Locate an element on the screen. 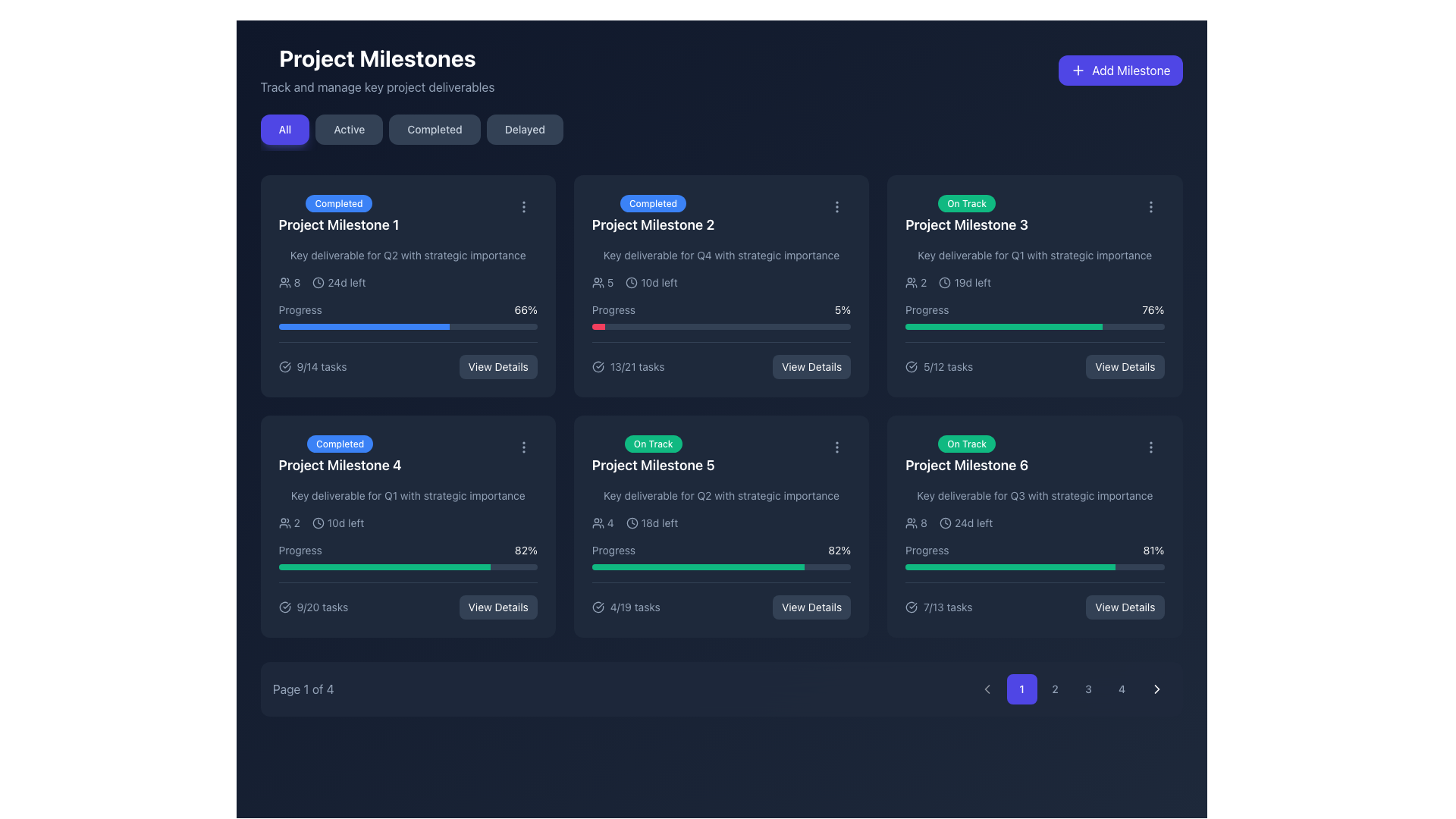 The height and width of the screenshot is (819, 1456). the progress bar located below the text 'Progress' and '5%' in the second card of the grid layout under the title 'Project Milestone 2' is located at coordinates (720, 326).